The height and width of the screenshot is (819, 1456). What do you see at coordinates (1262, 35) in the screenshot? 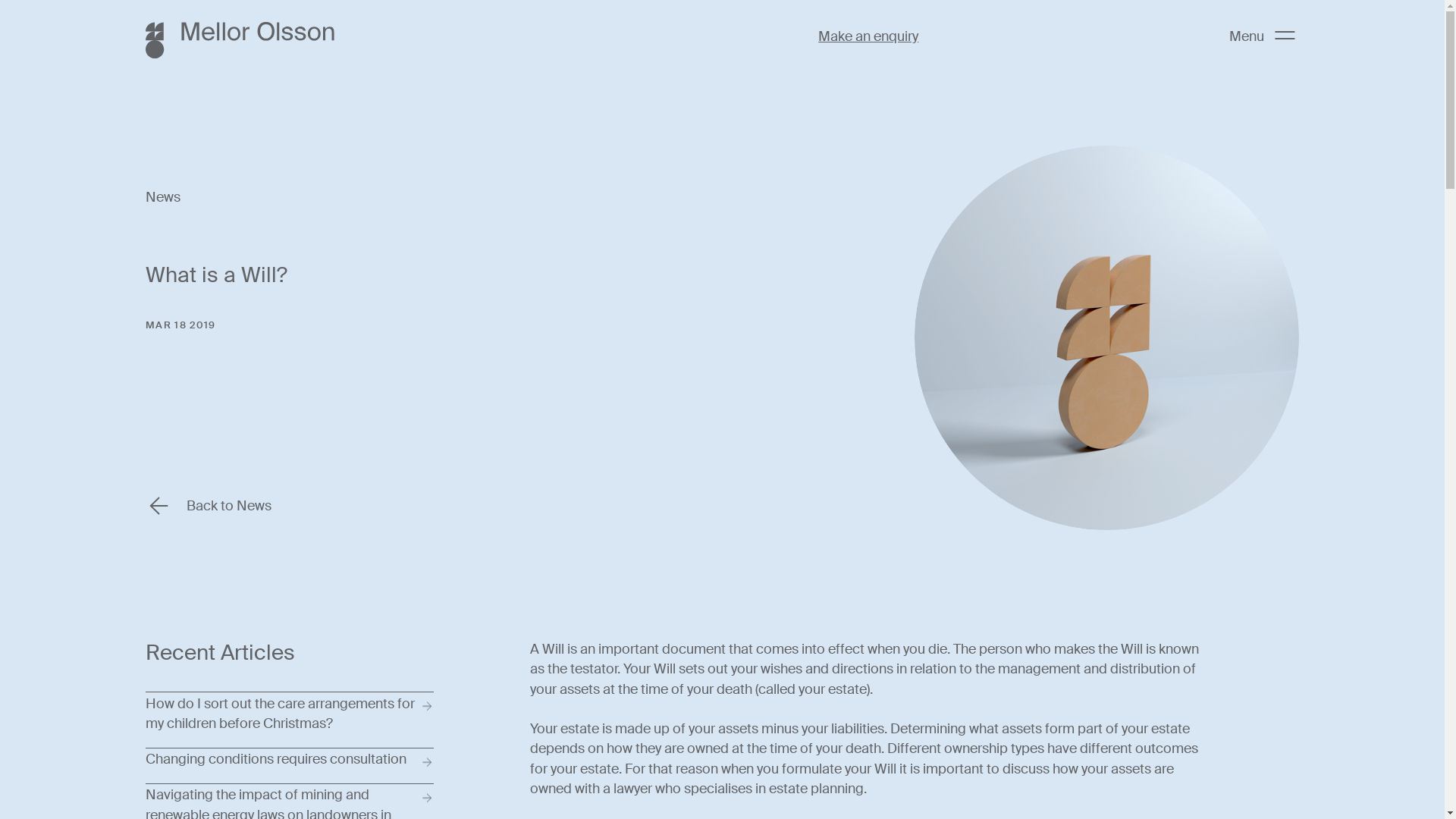
I see `'Menu'` at bounding box center [1262, 35].